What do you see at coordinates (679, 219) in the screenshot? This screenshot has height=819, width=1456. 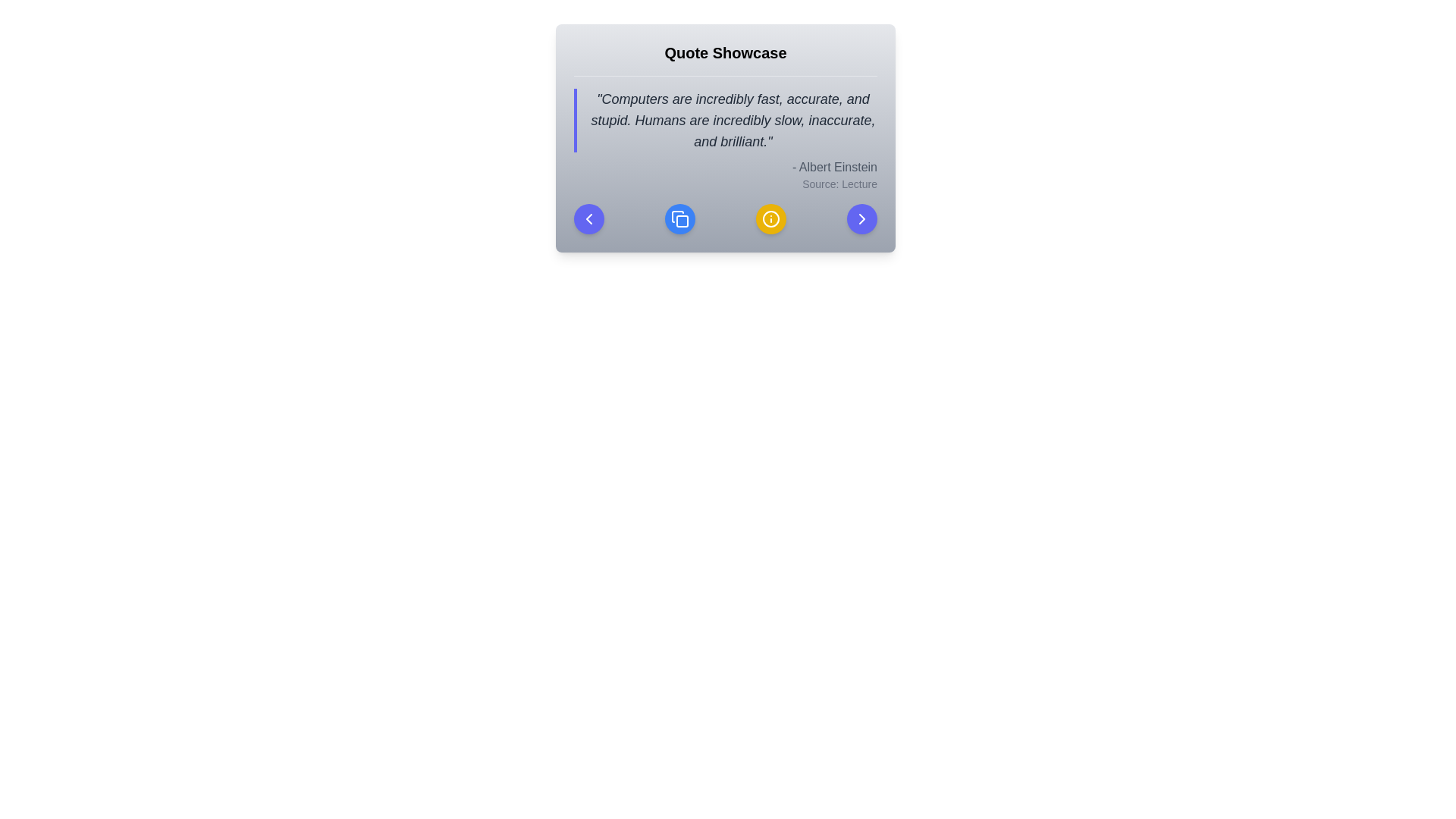 I see `the central copy icon, which is a circular button located below the text content` at bounding box center [679, 219].